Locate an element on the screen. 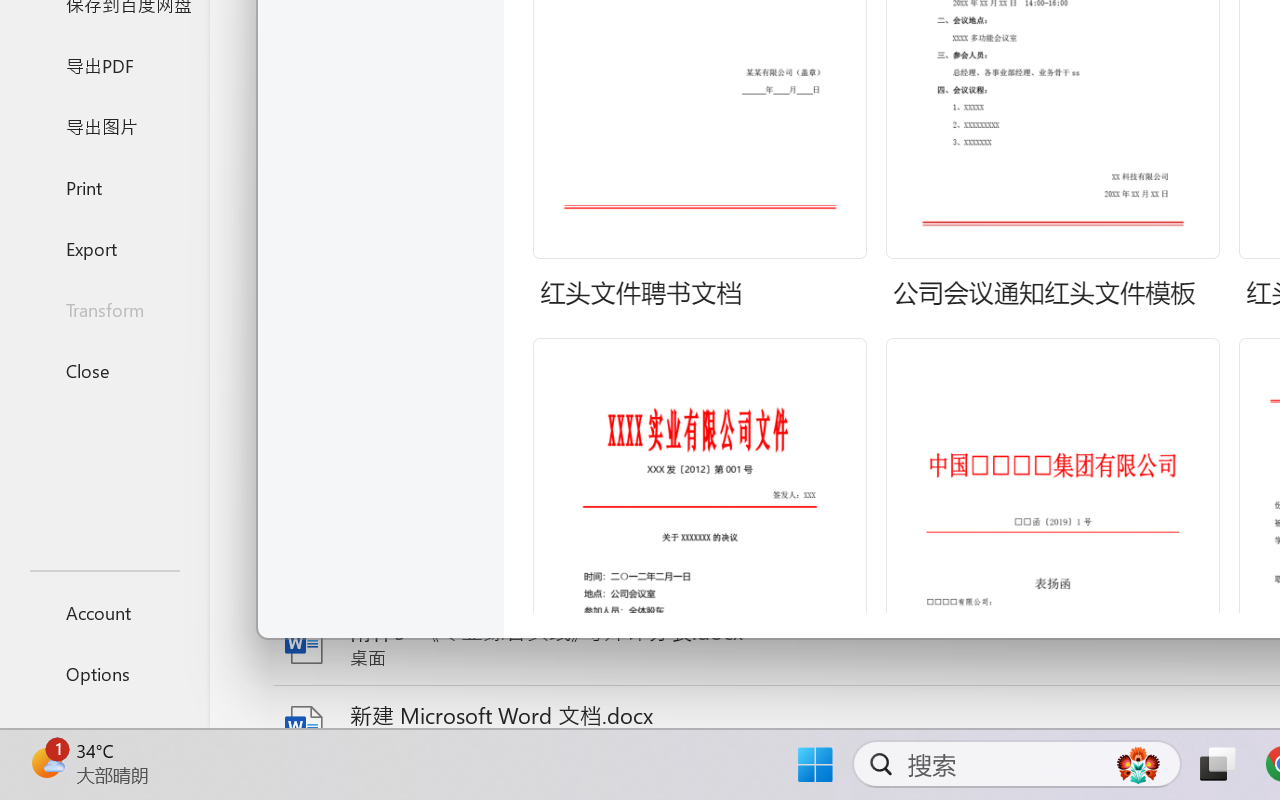 This screenshot has width=1280, height=800. 'AutomationID: BadgeAnchorLargeTicker' is located at coordinates (46, 762).